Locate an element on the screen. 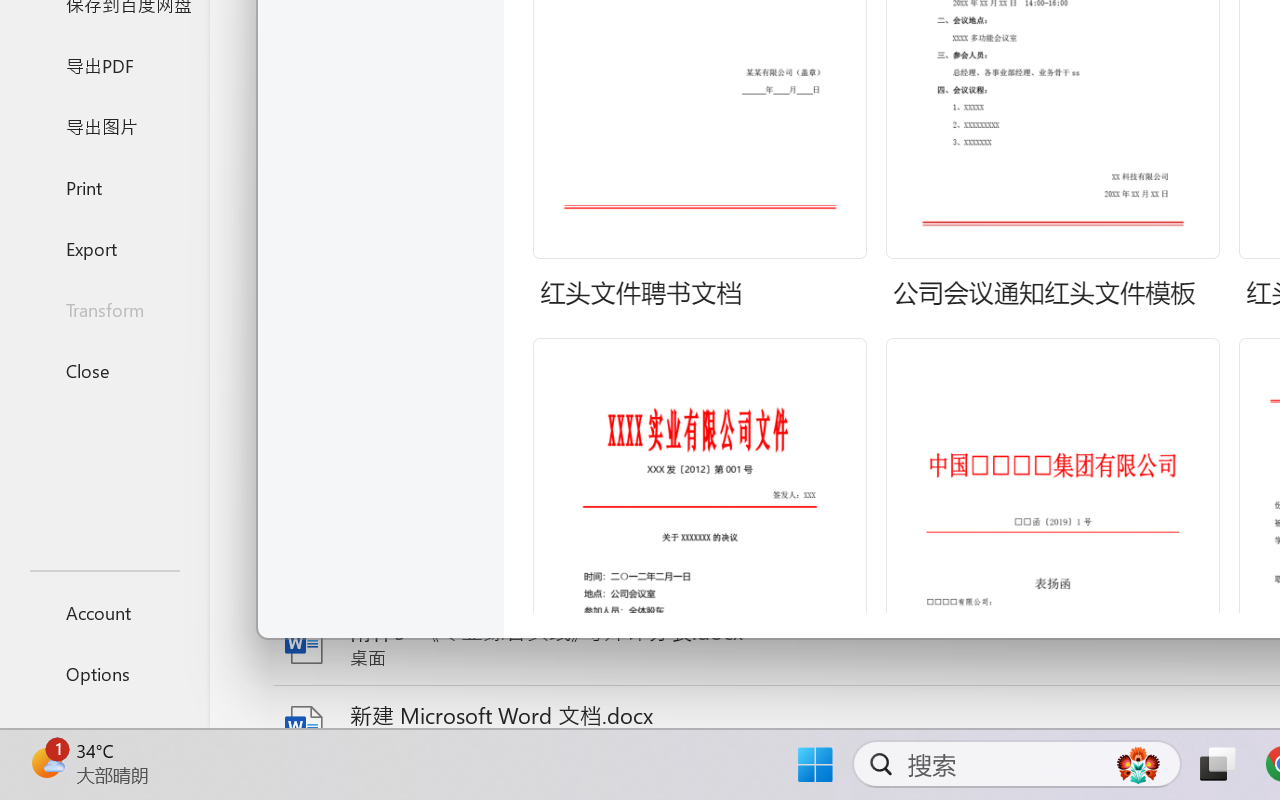 This screenshot has width=1280, height=800. 'AutomationID: BadgeAnchorLargeTicker' is located at coordinates (46, 762).